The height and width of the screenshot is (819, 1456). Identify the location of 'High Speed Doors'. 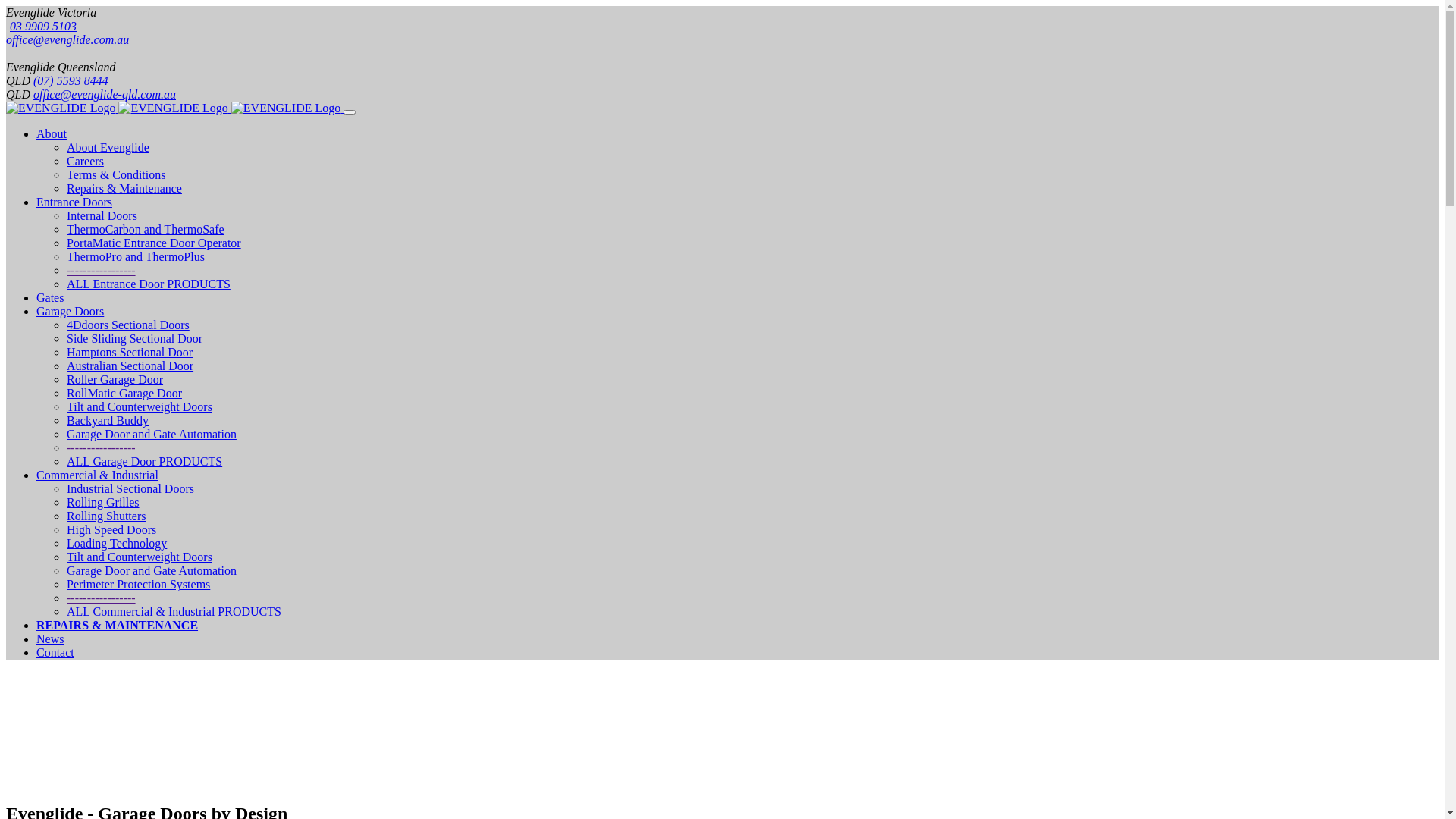
(111, 529).